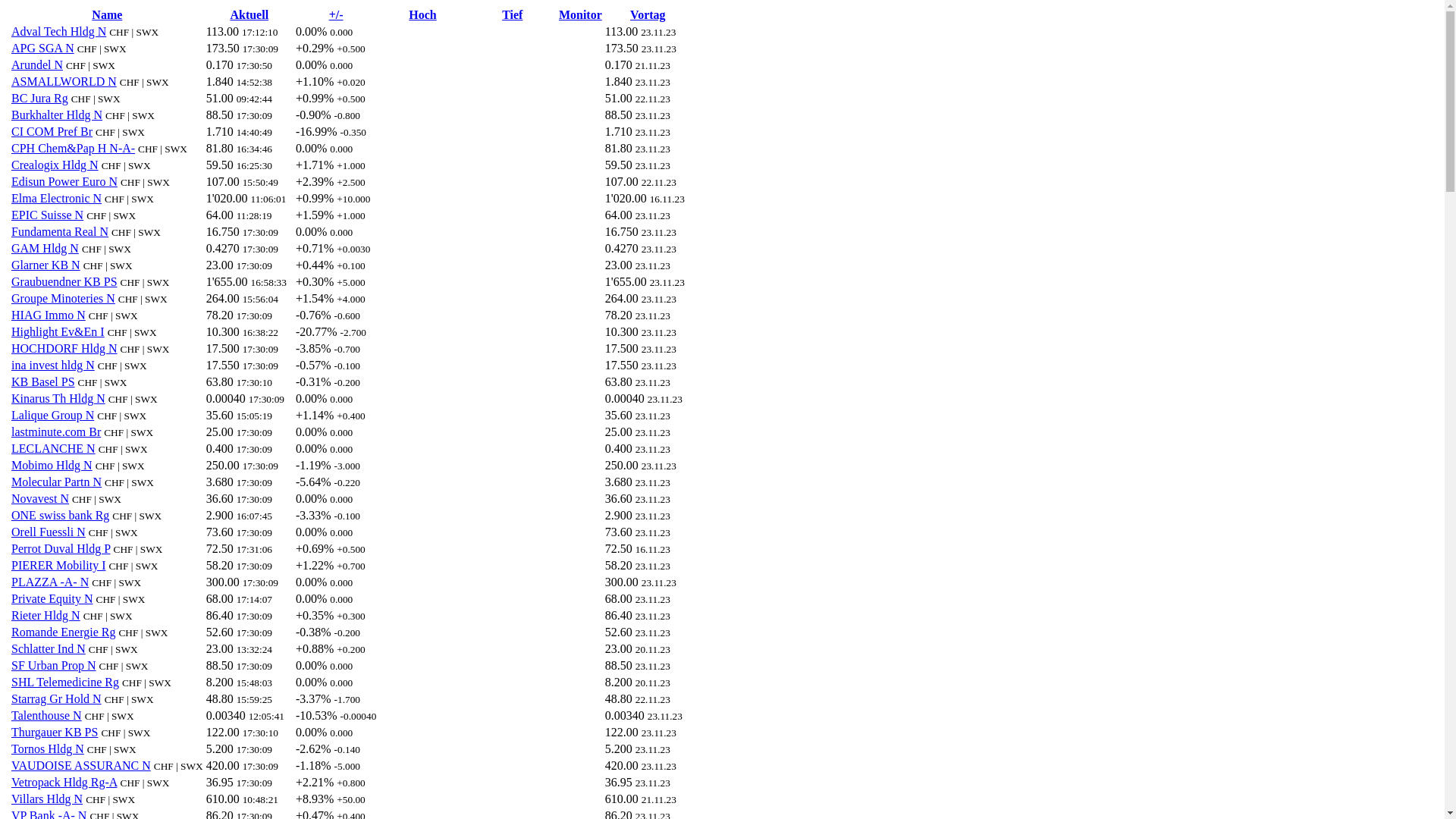  What do you see at coordinates (53, 365) in the screenshot?
I see `'ina invest hldg N'` at bounding box center [53, 365].